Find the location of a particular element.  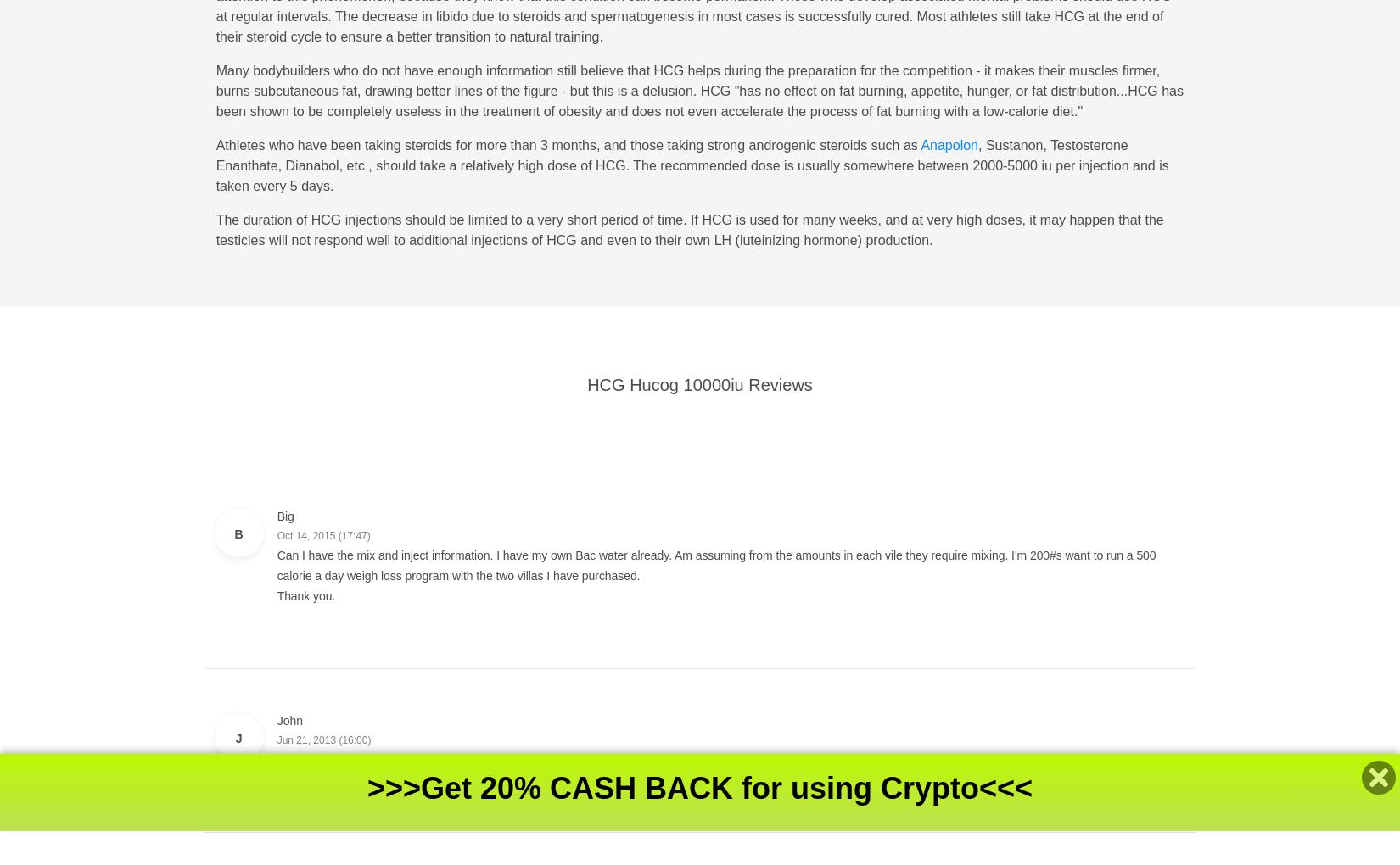

'Athletes who have been taking steroids for more than 3 months, and those taking strong androgenic steroids such as' is located at coordinates (215, 144).